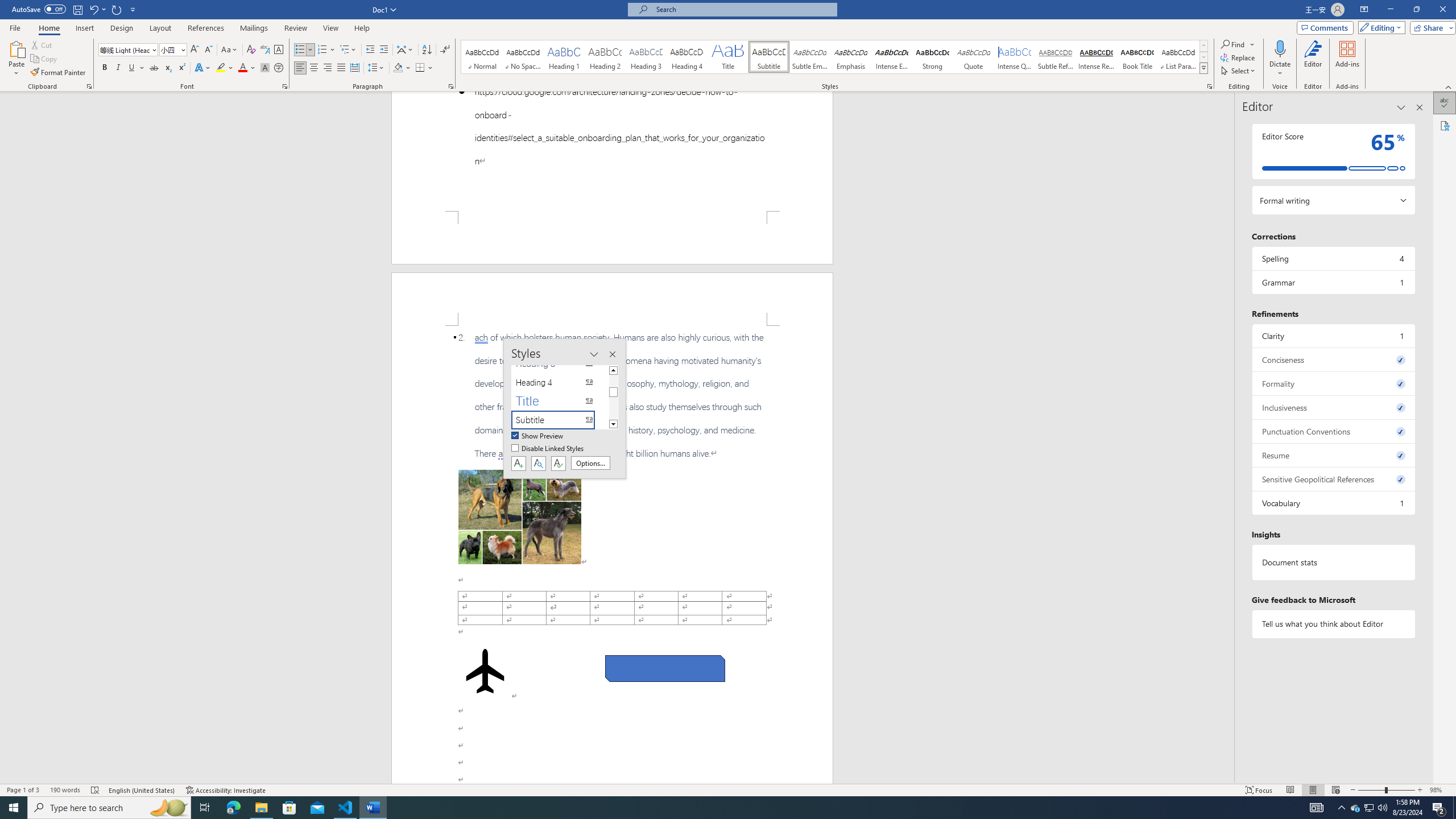  Describe the element at coordinates (1055, 56) in the screenshot. I see `'Subtle Reference'` at that location.